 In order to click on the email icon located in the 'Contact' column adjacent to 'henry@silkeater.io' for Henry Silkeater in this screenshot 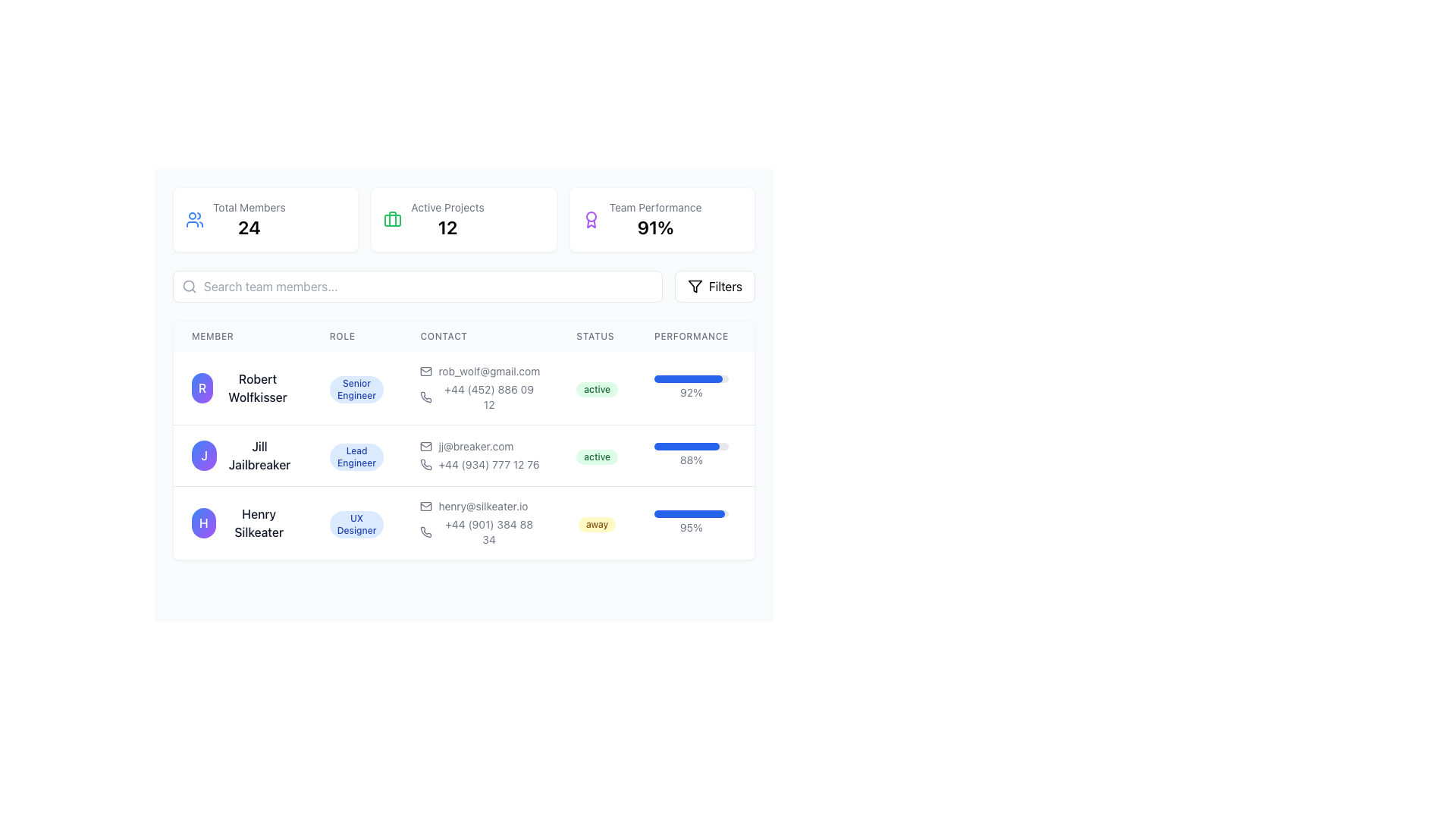, I will do `click(425, 506)`.